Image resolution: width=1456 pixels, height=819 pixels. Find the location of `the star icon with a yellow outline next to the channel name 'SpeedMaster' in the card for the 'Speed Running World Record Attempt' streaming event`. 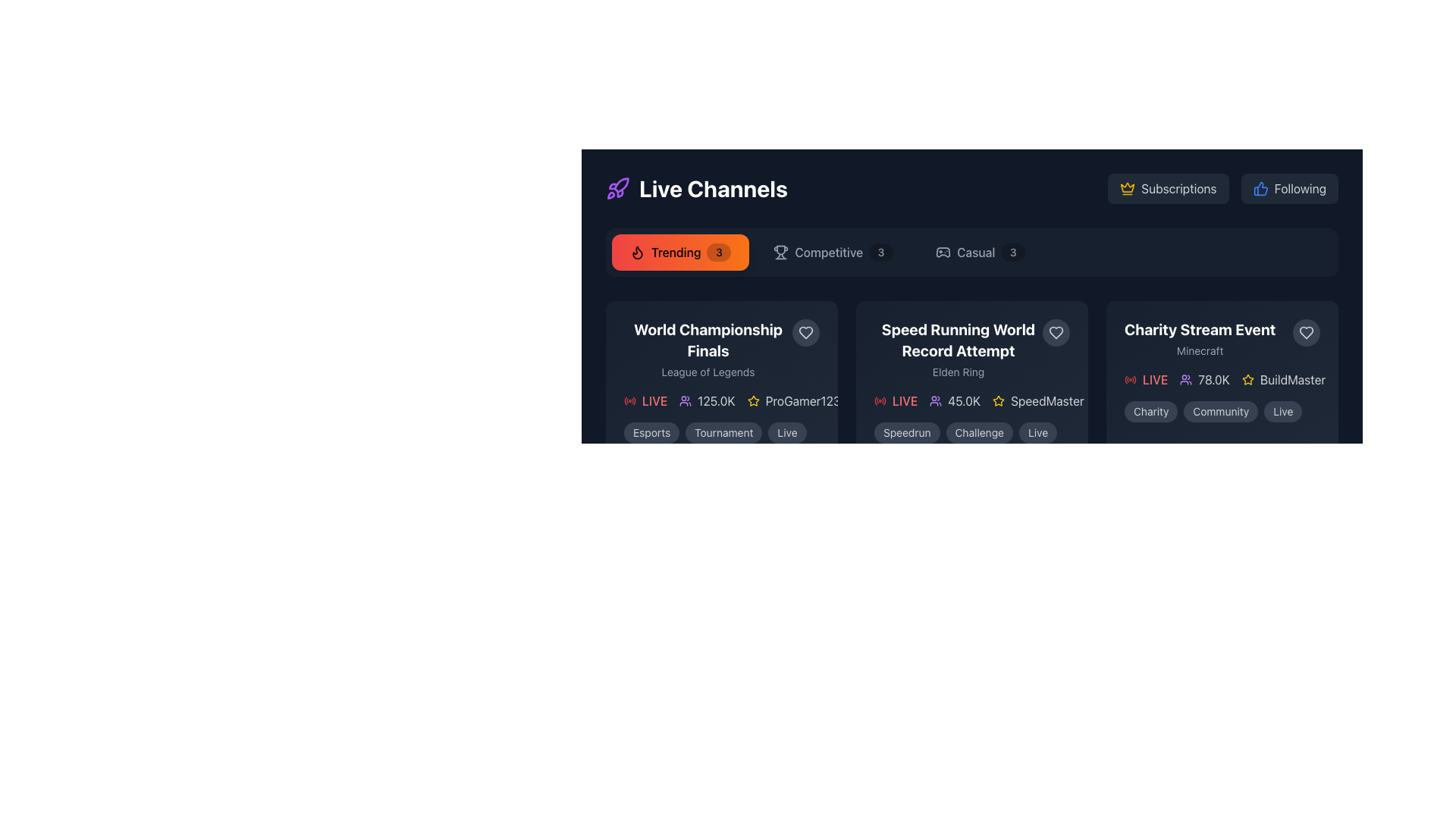

the star icon with a yellow outline next to the channel name 'SpeedMaster' in the card for the 'Speed Running World Record Attempt' streaming event is located at coordinates (999, 400).